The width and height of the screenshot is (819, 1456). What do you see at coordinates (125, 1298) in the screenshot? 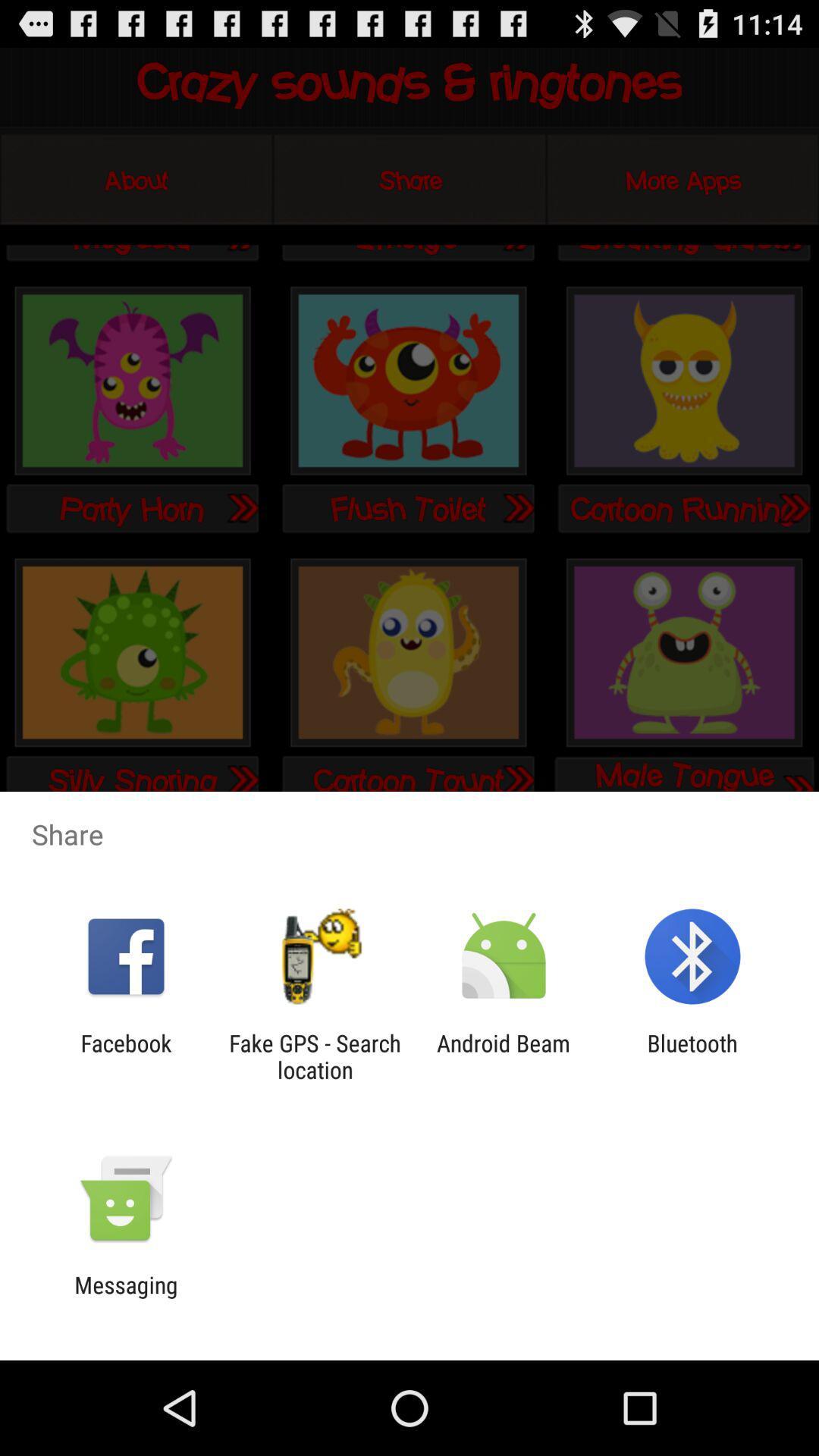
I see `messaging` at bounding box center [125, 1298].